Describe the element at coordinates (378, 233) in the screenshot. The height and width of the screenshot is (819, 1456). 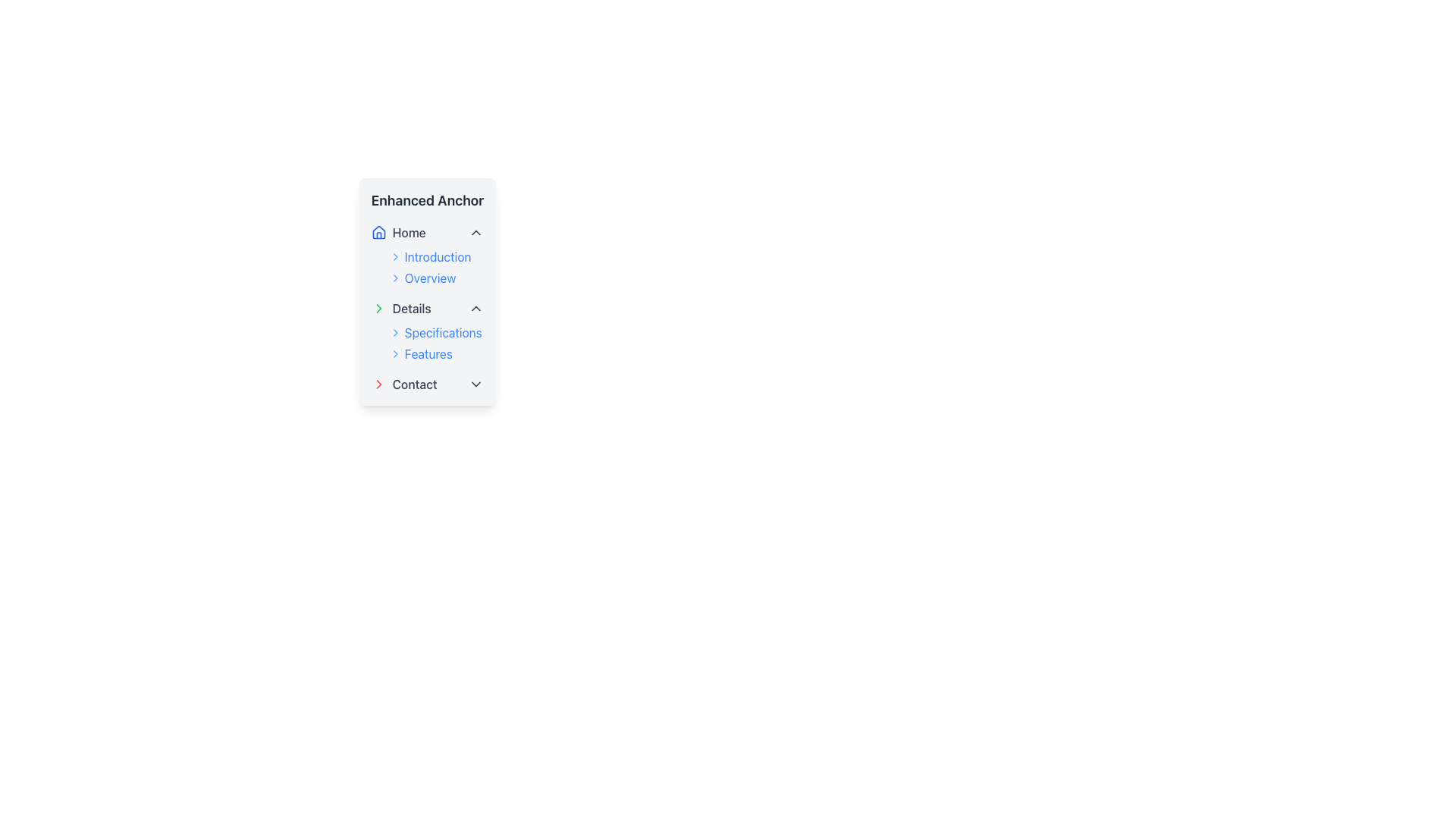
I see `the small blue house icon located to the left of the 'Home' text within the 'Enhanced Anchor' menu panel` at that location.